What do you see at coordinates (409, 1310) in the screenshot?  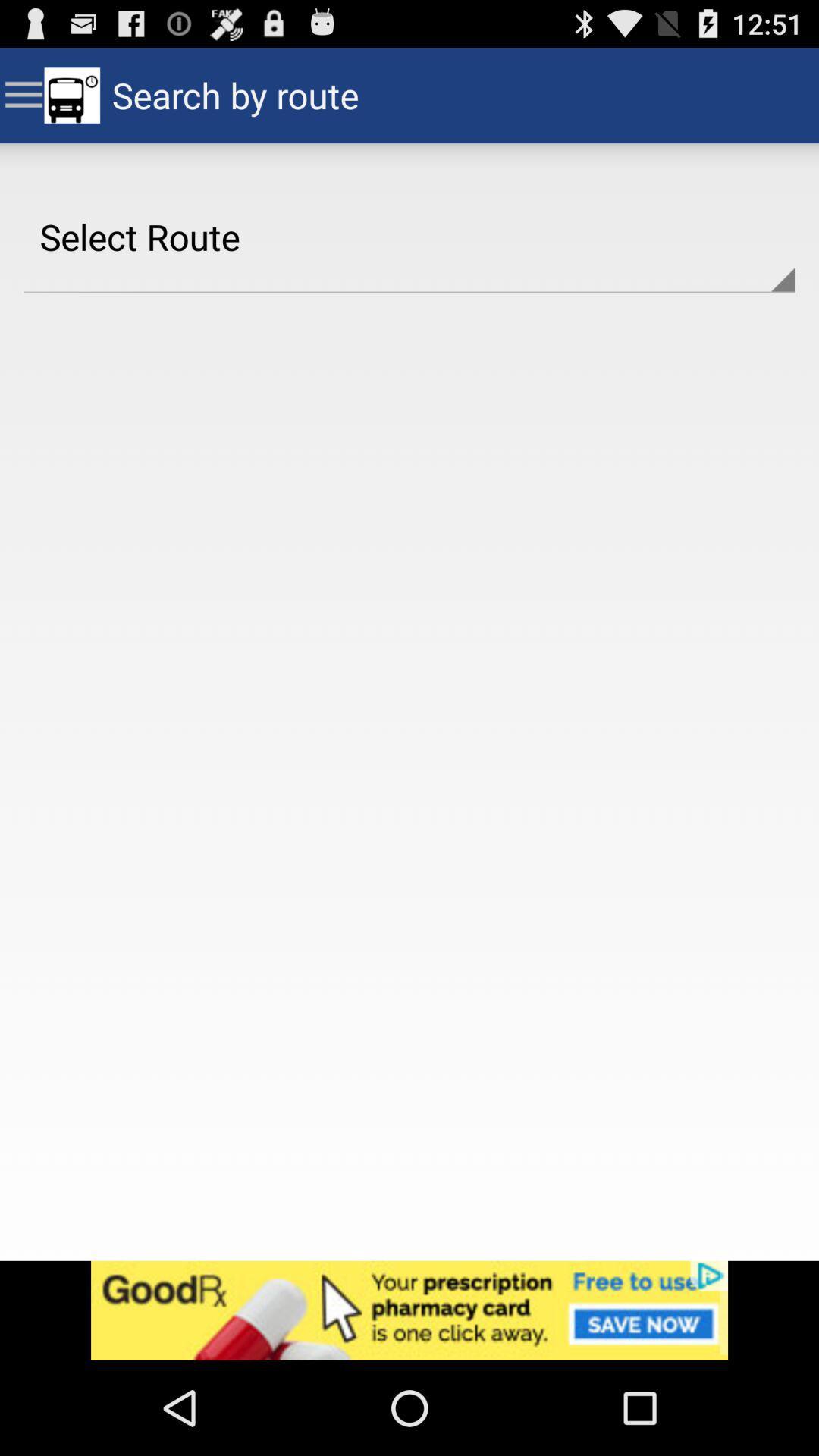 I see `advertisement banner` at bounding box center [409, 1310].